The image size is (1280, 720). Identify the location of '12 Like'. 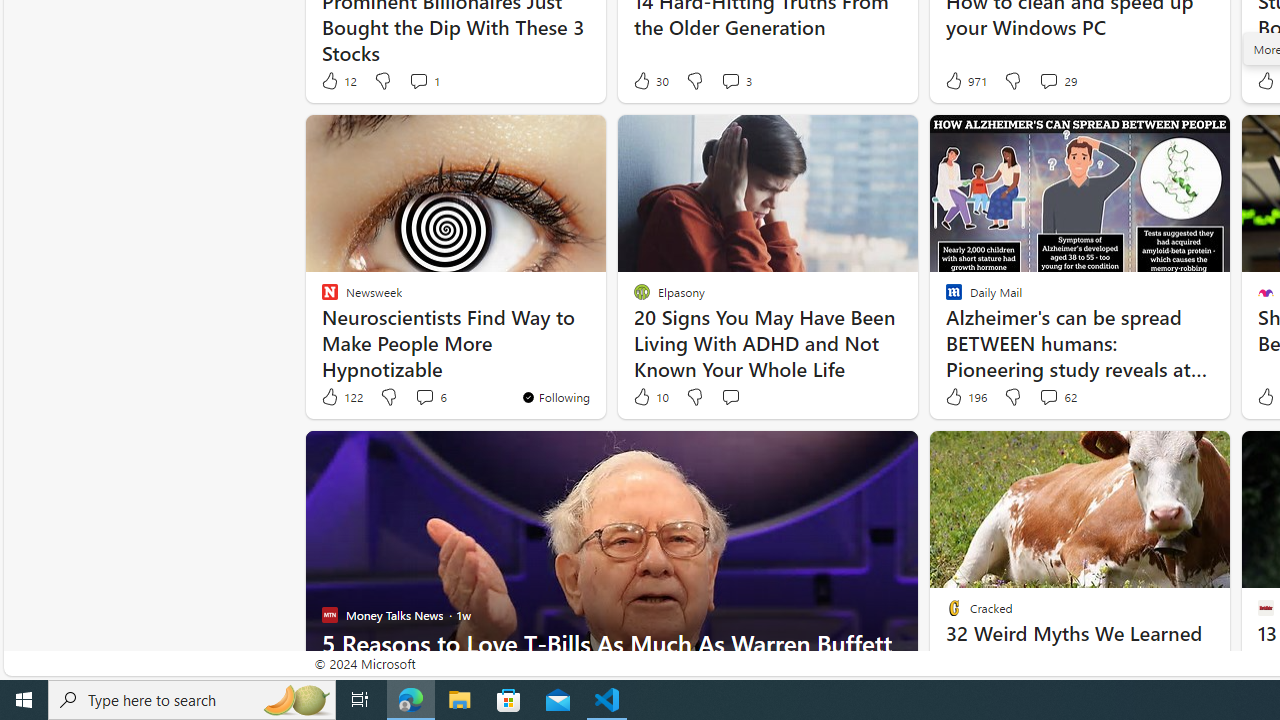
(337, 80).